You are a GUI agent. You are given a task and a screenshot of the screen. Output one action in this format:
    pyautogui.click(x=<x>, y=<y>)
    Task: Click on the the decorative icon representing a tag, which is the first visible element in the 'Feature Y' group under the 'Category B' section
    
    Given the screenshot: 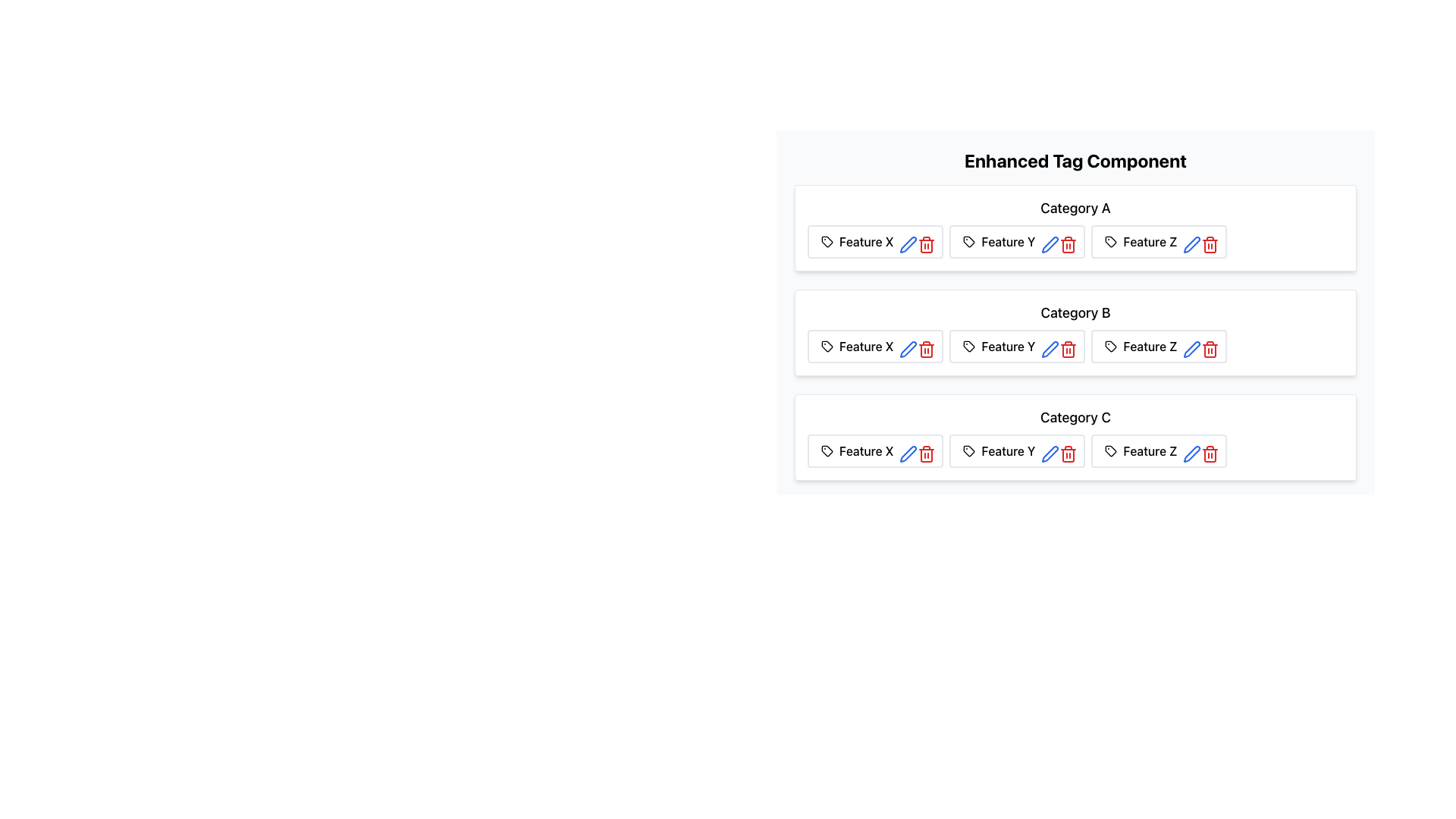 What is the action you would take?
    pyautogui.click(x=968, y=346)
    